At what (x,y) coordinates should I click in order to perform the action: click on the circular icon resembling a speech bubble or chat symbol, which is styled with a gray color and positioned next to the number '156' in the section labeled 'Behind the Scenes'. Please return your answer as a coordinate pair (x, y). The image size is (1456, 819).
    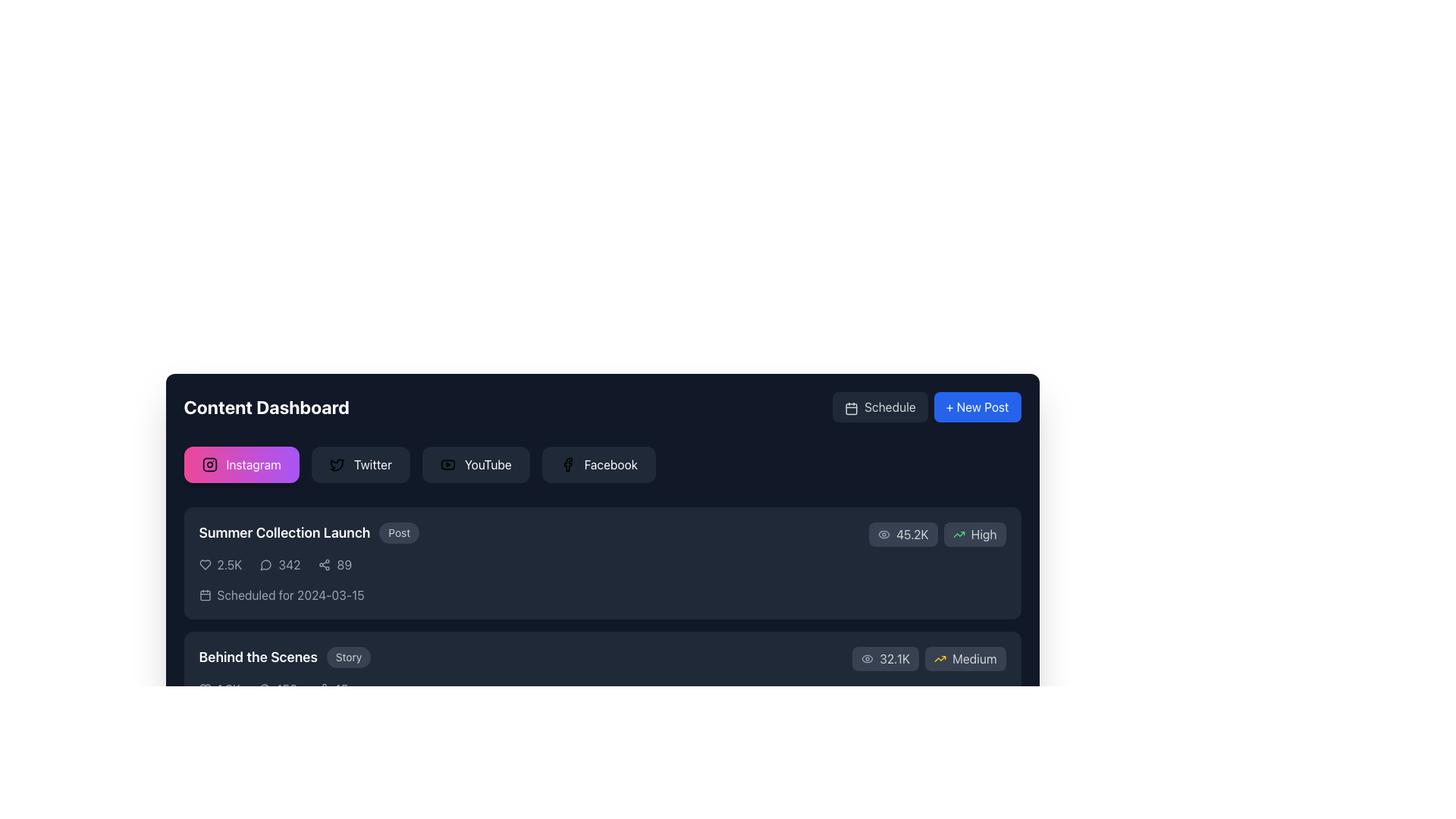
    Looking at the image, I should click on (265, 689).